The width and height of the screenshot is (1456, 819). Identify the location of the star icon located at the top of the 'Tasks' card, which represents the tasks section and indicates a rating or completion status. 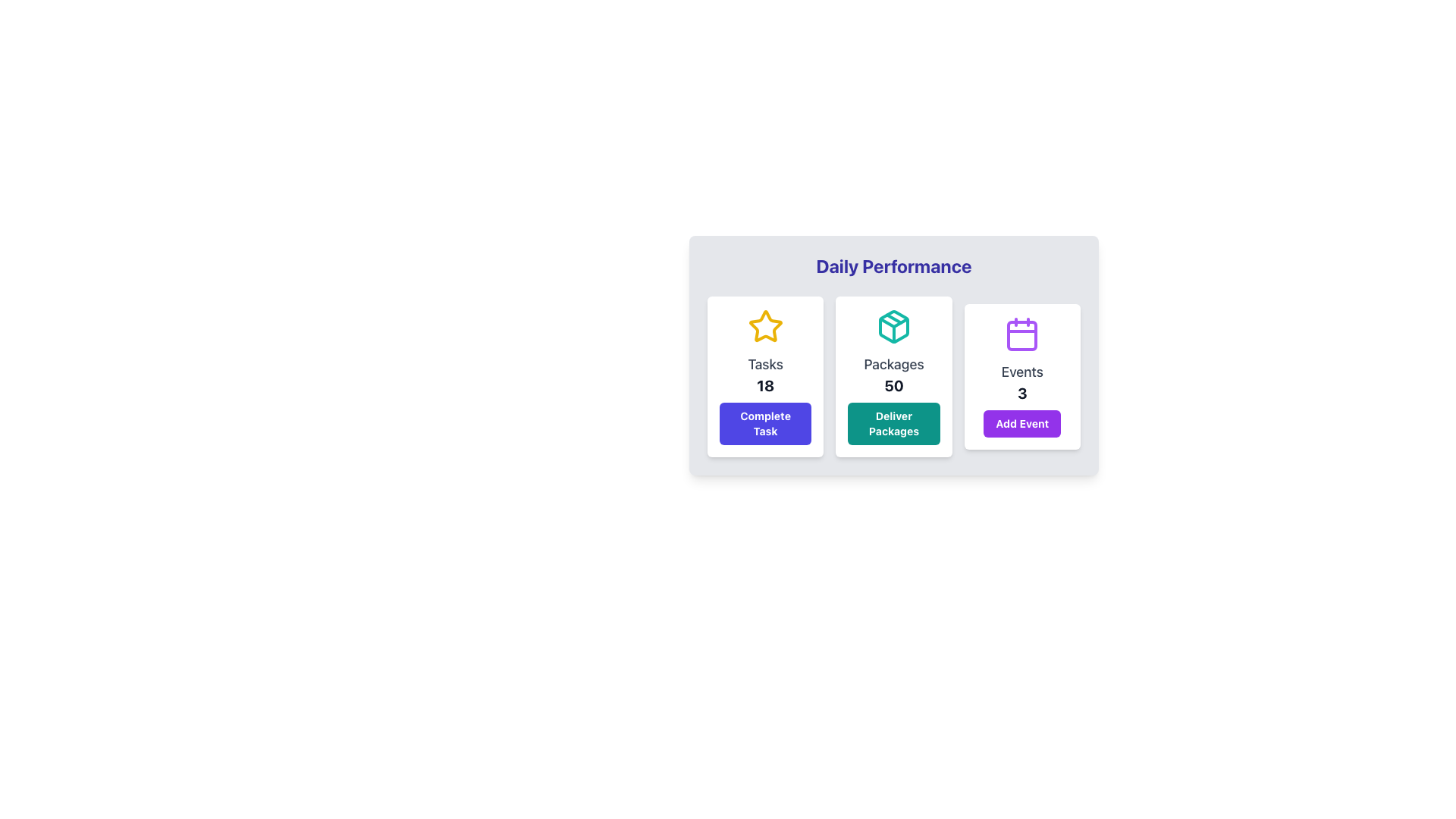
(765, 326).